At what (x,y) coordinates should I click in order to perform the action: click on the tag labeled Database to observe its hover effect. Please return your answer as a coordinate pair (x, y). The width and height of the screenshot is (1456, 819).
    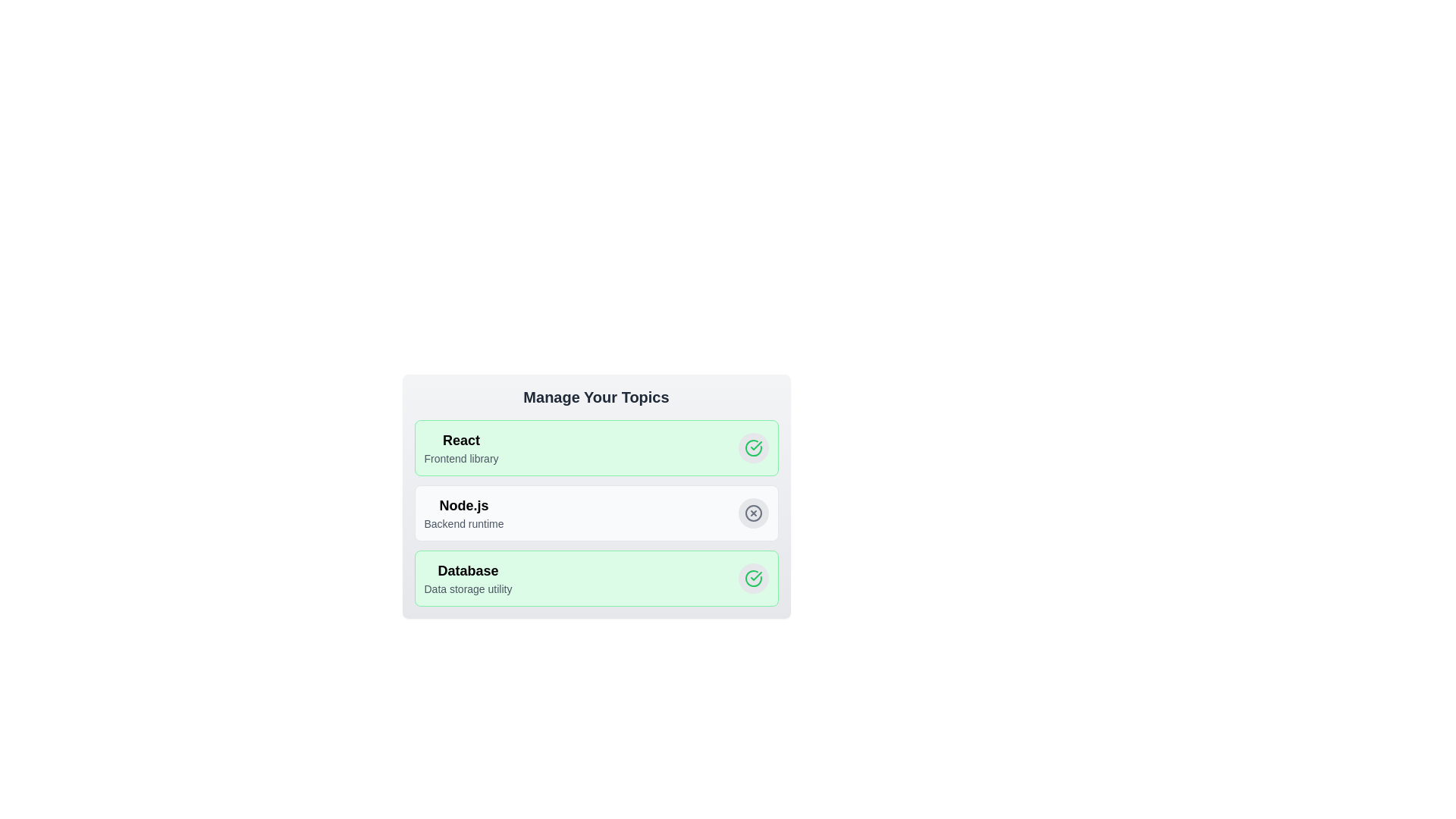
    Looking at the image, I should click on (467, 579).